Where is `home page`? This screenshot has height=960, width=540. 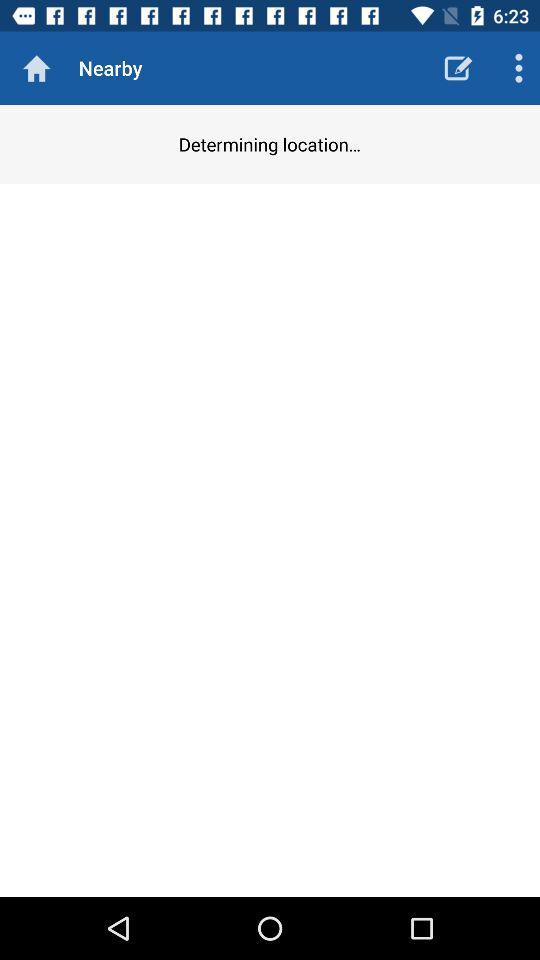 home page is located at coordinates (36, 68).